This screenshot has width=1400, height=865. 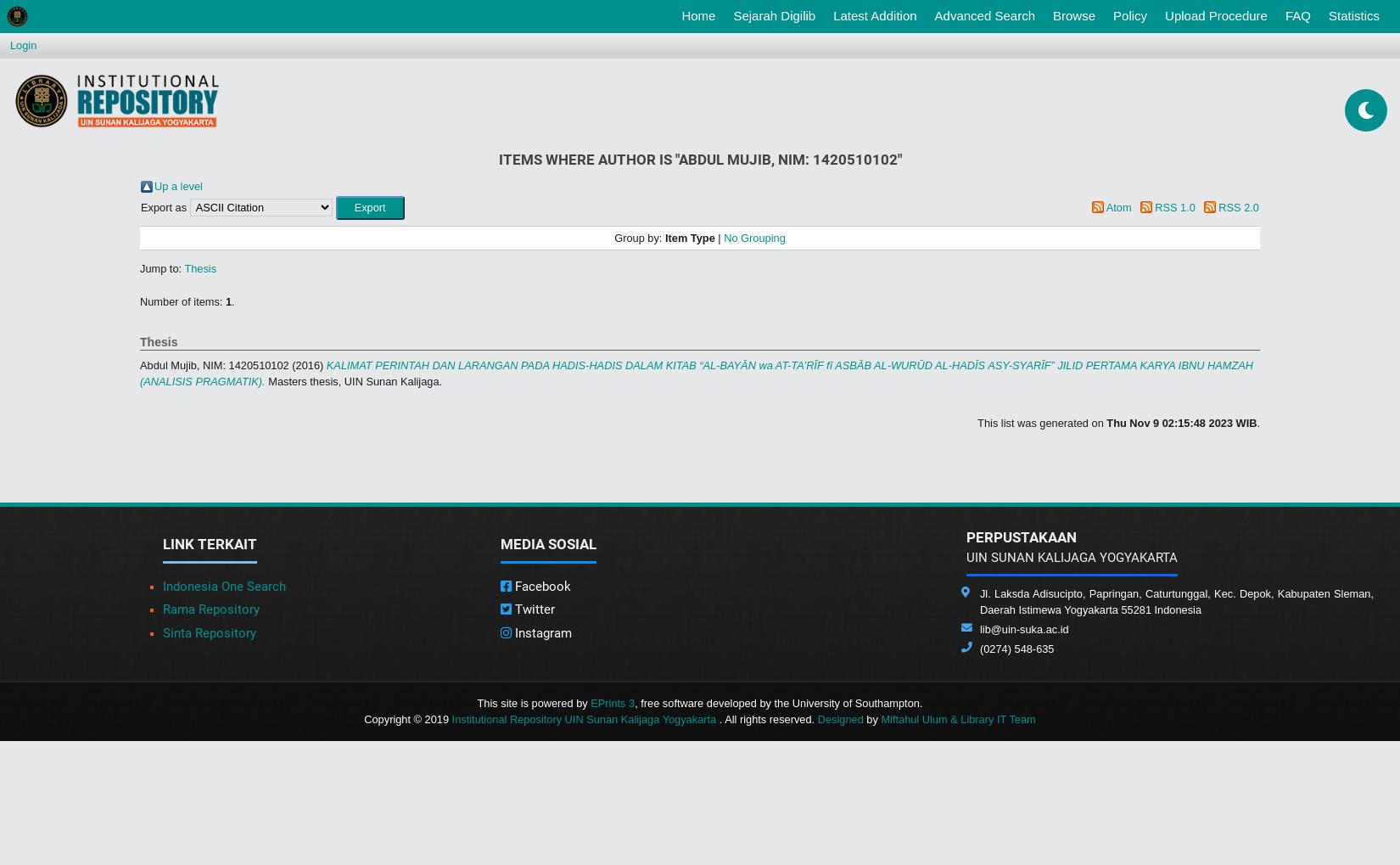 I want to click on 'Facebook', so click(x=540, y=584).